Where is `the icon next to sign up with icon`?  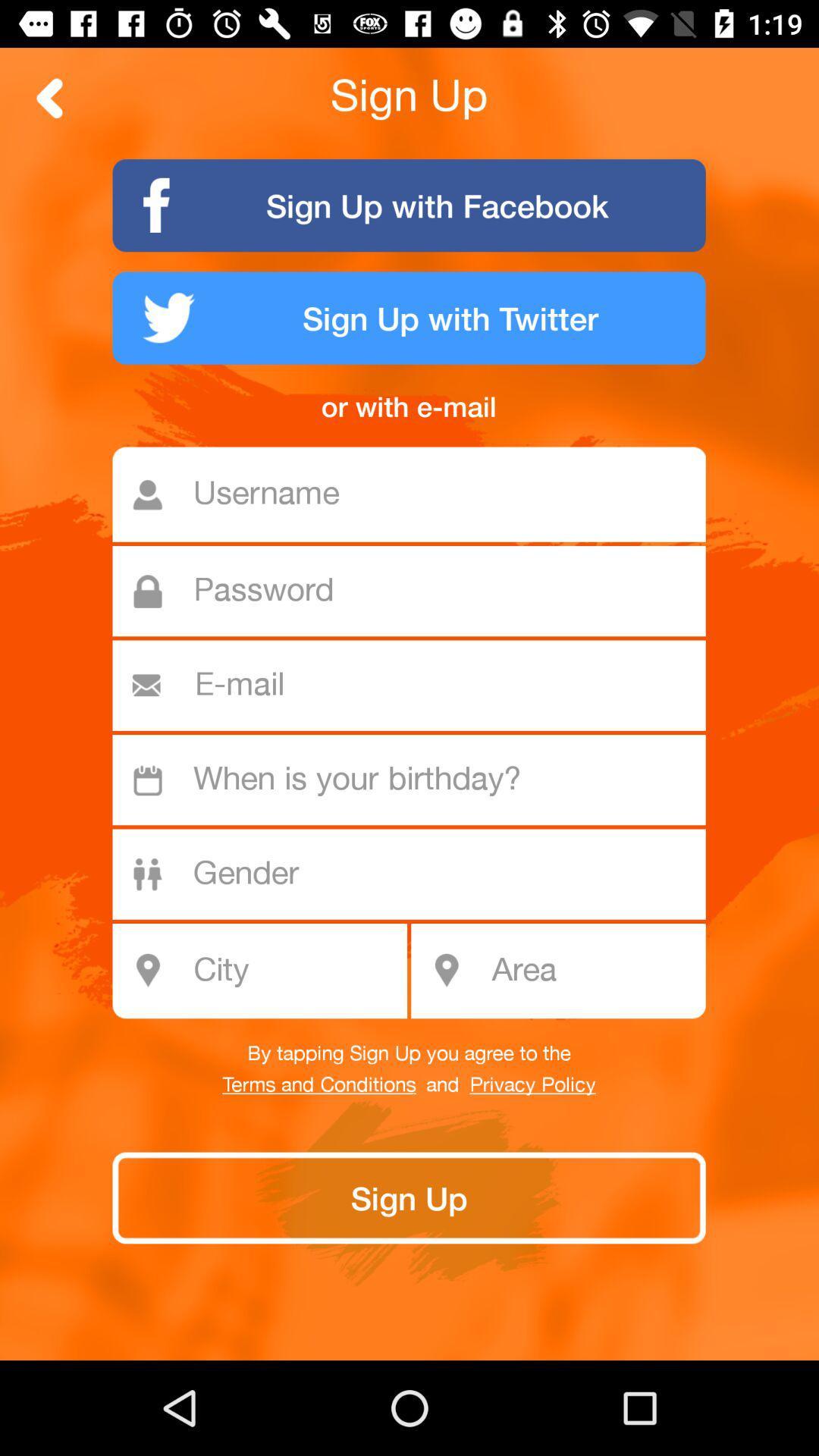 the icon next to sign up with icon is located at coordinates (49, 97).